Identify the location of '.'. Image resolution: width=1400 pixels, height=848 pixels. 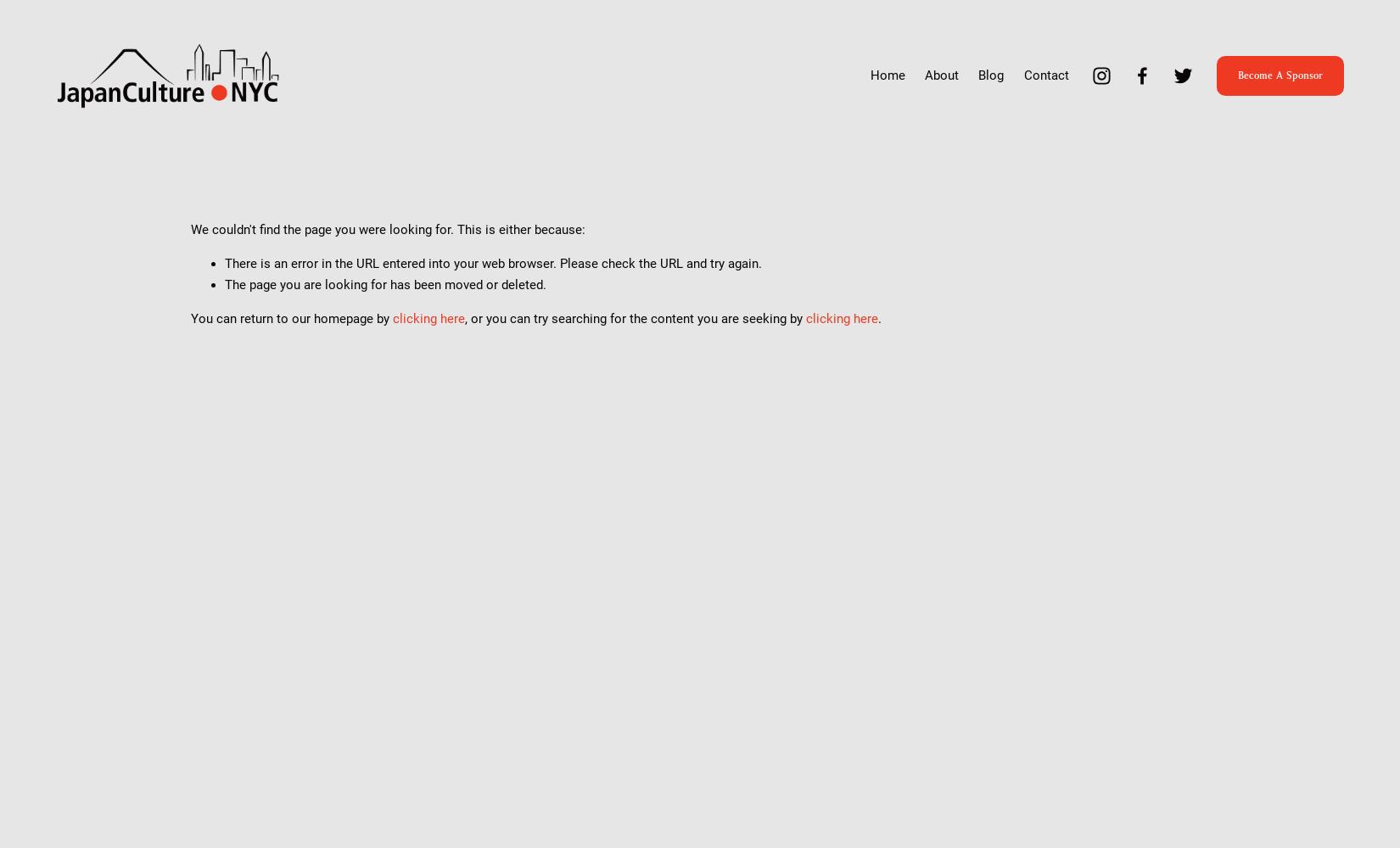
(880, 318).